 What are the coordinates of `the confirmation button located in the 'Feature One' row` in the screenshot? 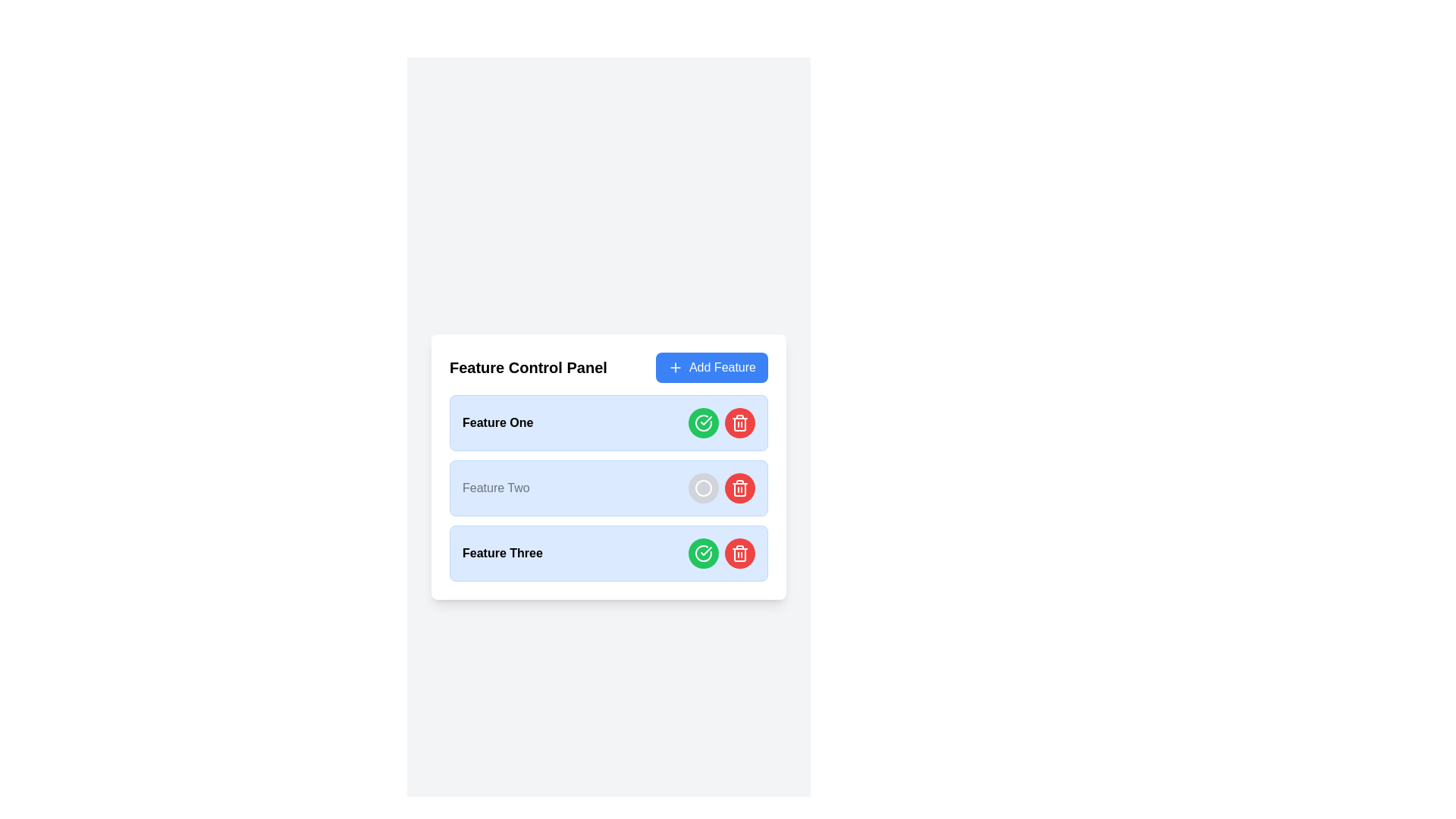 It's located at (702, 423).